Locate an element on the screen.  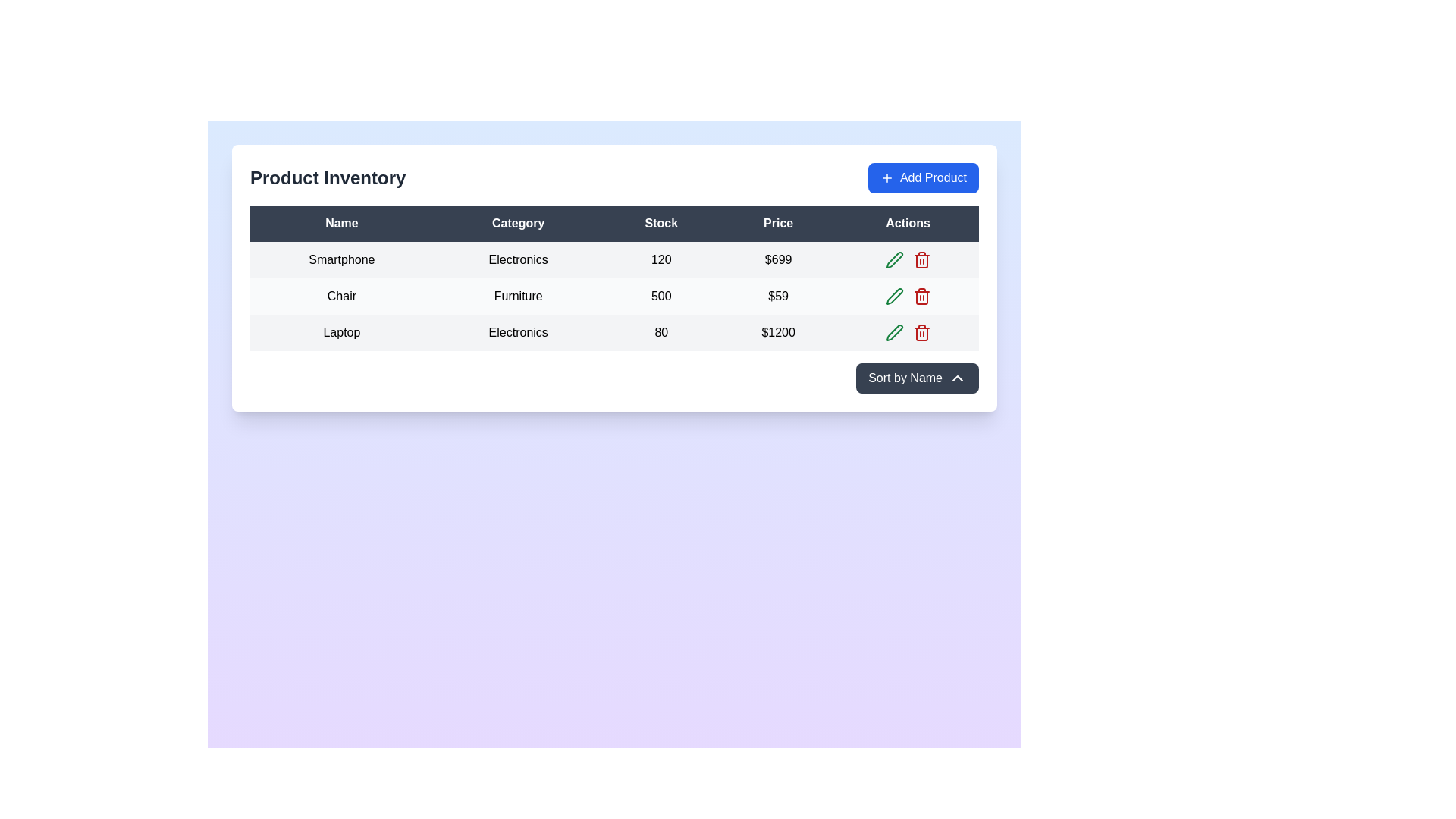
the text label displaying 'Laptop' in the 'Name' column of the 'Product Inventory' table, located in the first cell of the third row is located at coordinates (341, 332).